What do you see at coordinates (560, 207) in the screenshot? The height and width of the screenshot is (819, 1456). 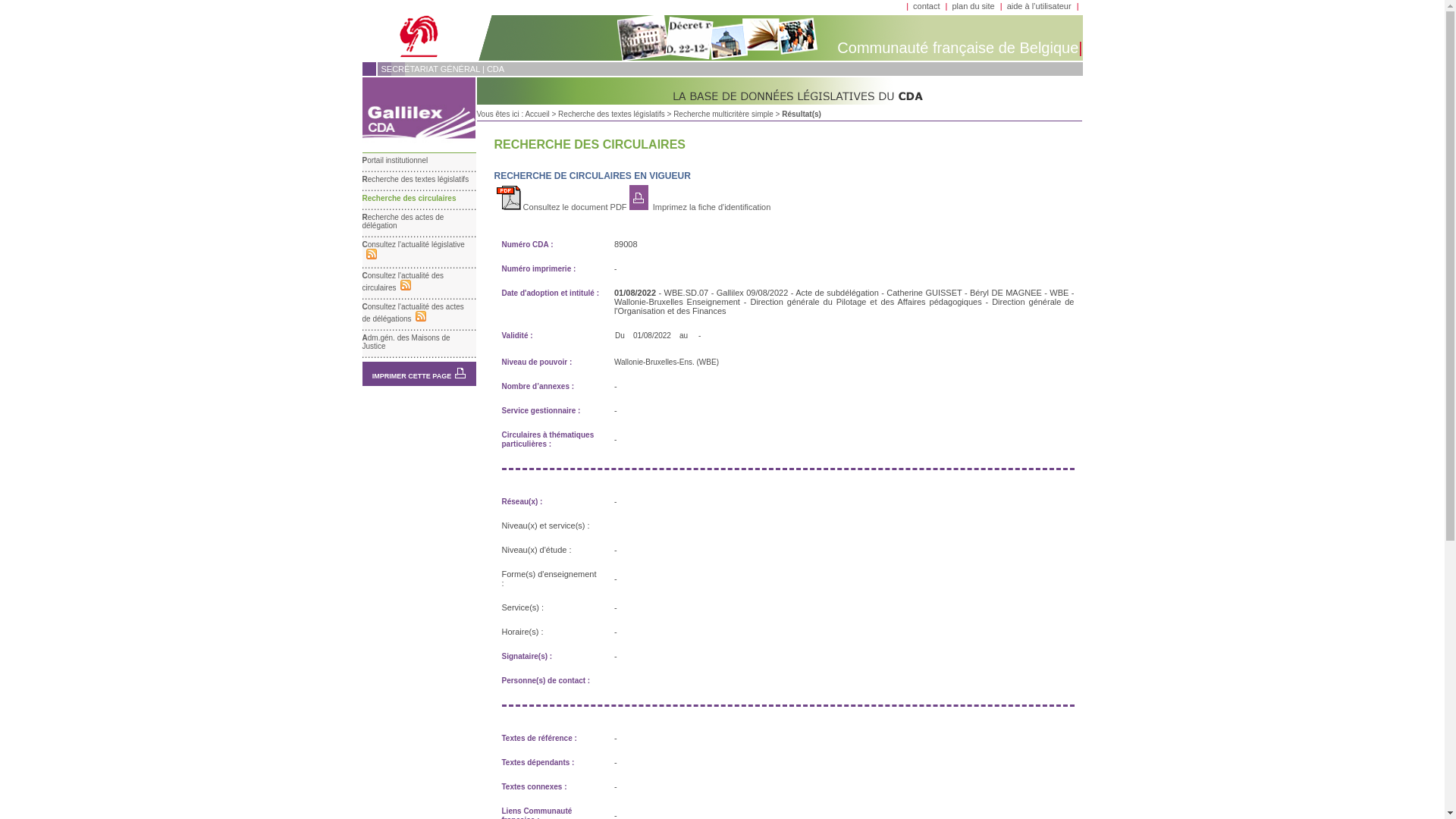 I see `'Consultez le document PDF'` at bounding box center [560, 207].